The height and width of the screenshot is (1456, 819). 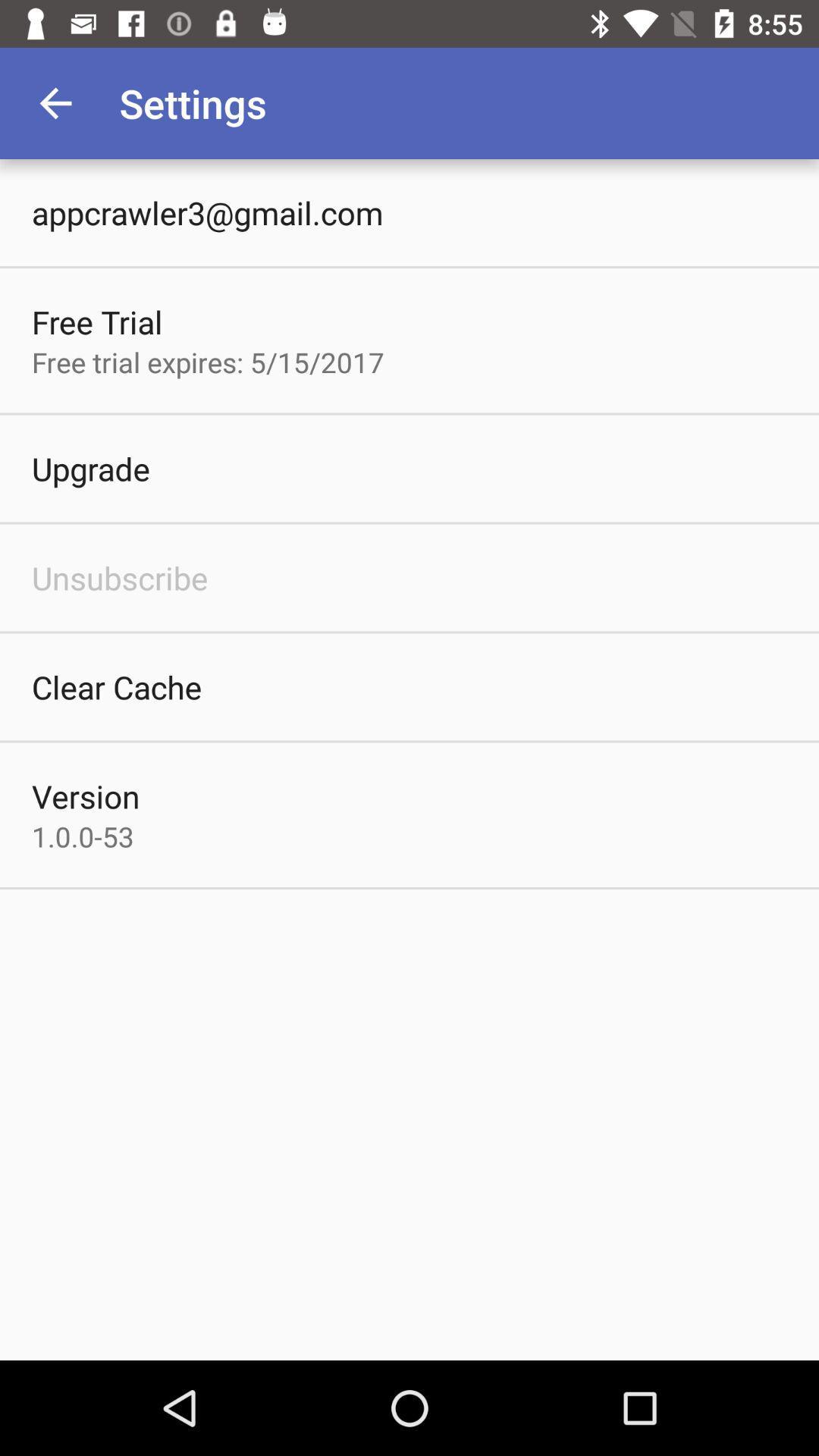 What do you see at coordinates (55, 102) in the screenshot?
I see `app next to settings item` at bounding box center [55, 102].